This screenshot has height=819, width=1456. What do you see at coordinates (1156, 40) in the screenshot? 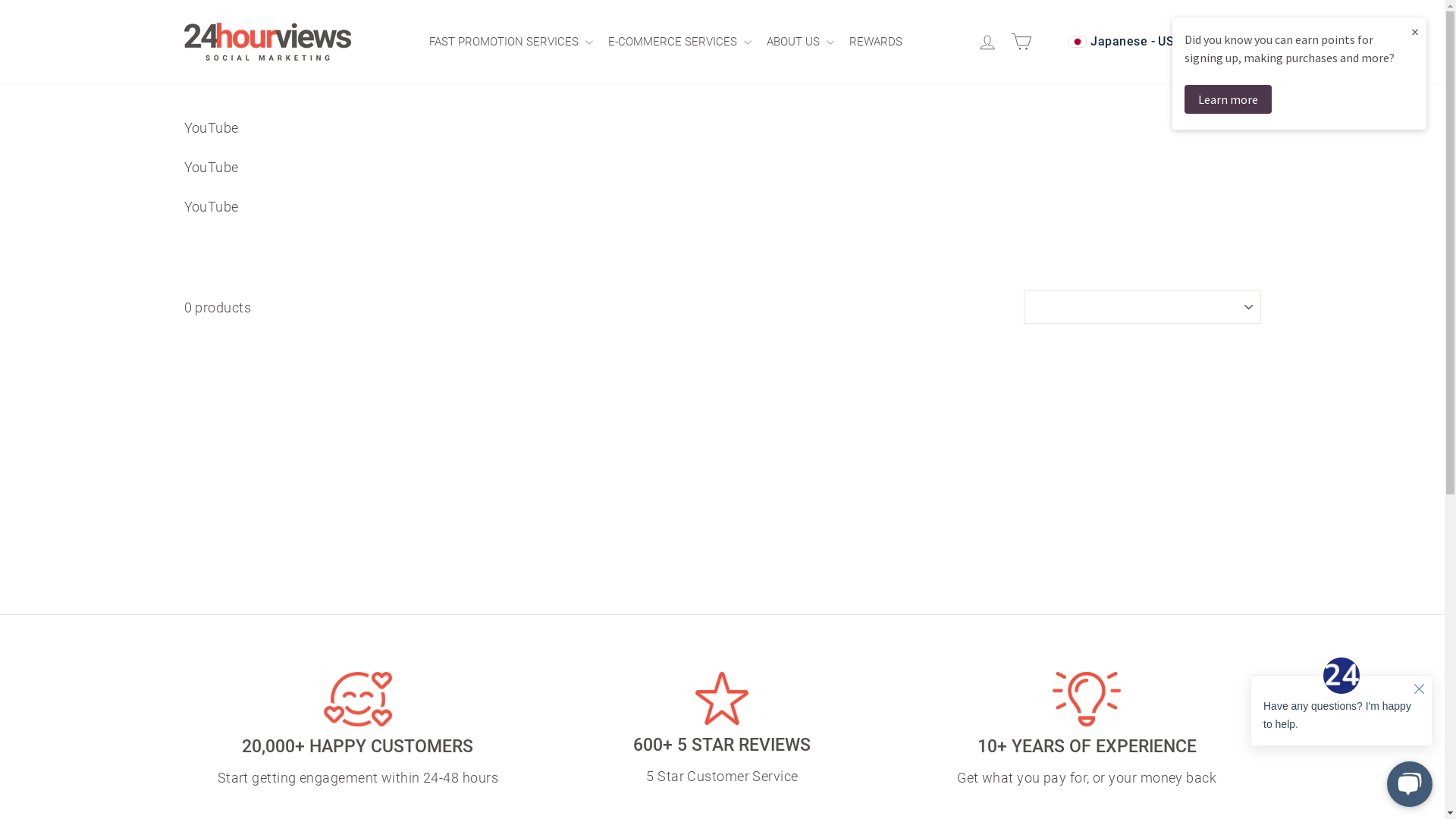
I see `'Japanese` at bounding box center [1156, 40].